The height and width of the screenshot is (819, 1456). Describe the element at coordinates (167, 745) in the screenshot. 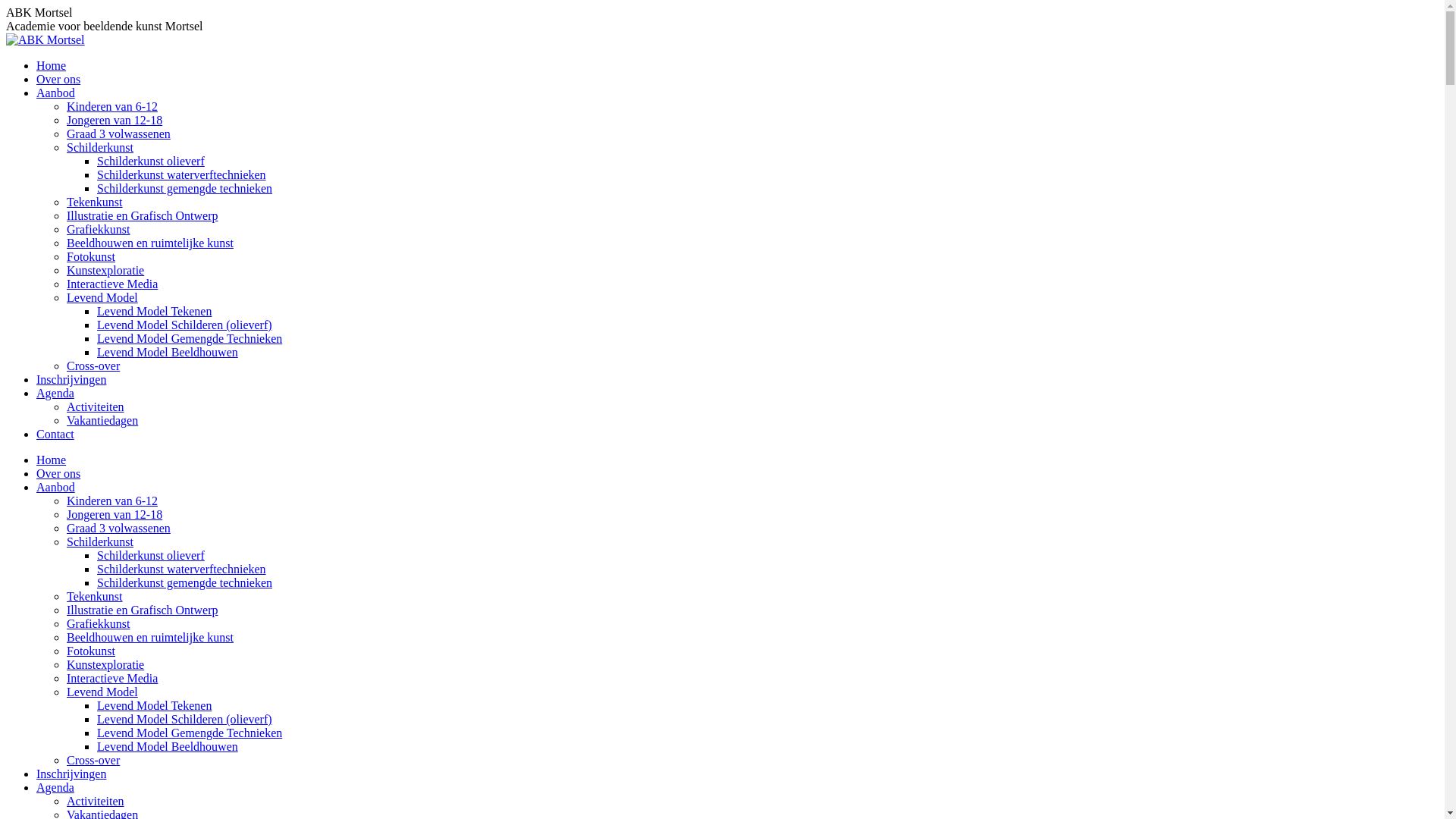

I see `'Levend Model Beeldhouwen'` at that location.